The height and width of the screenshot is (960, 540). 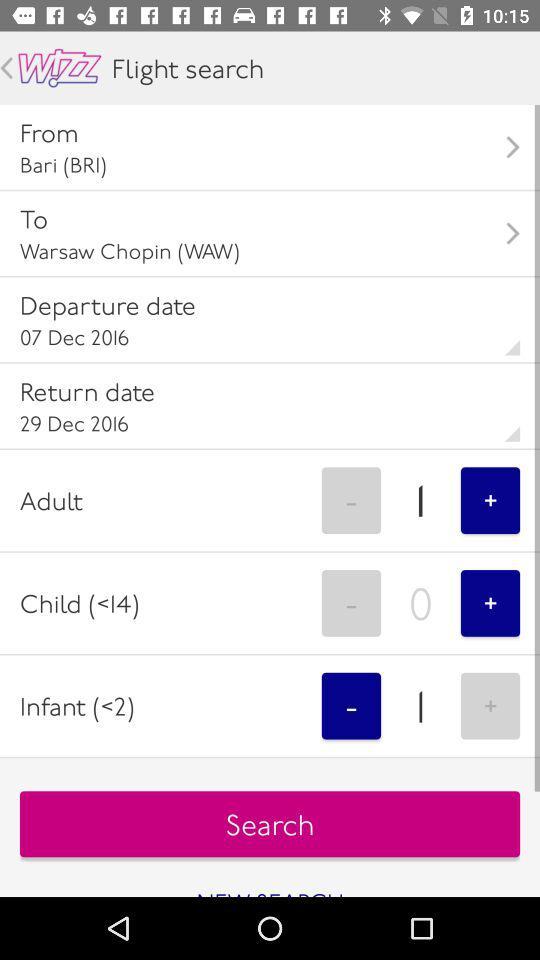 What do you see at coordinates (59, 68) in the screenshot?
I see `home page` at bounding box center [59, 68].